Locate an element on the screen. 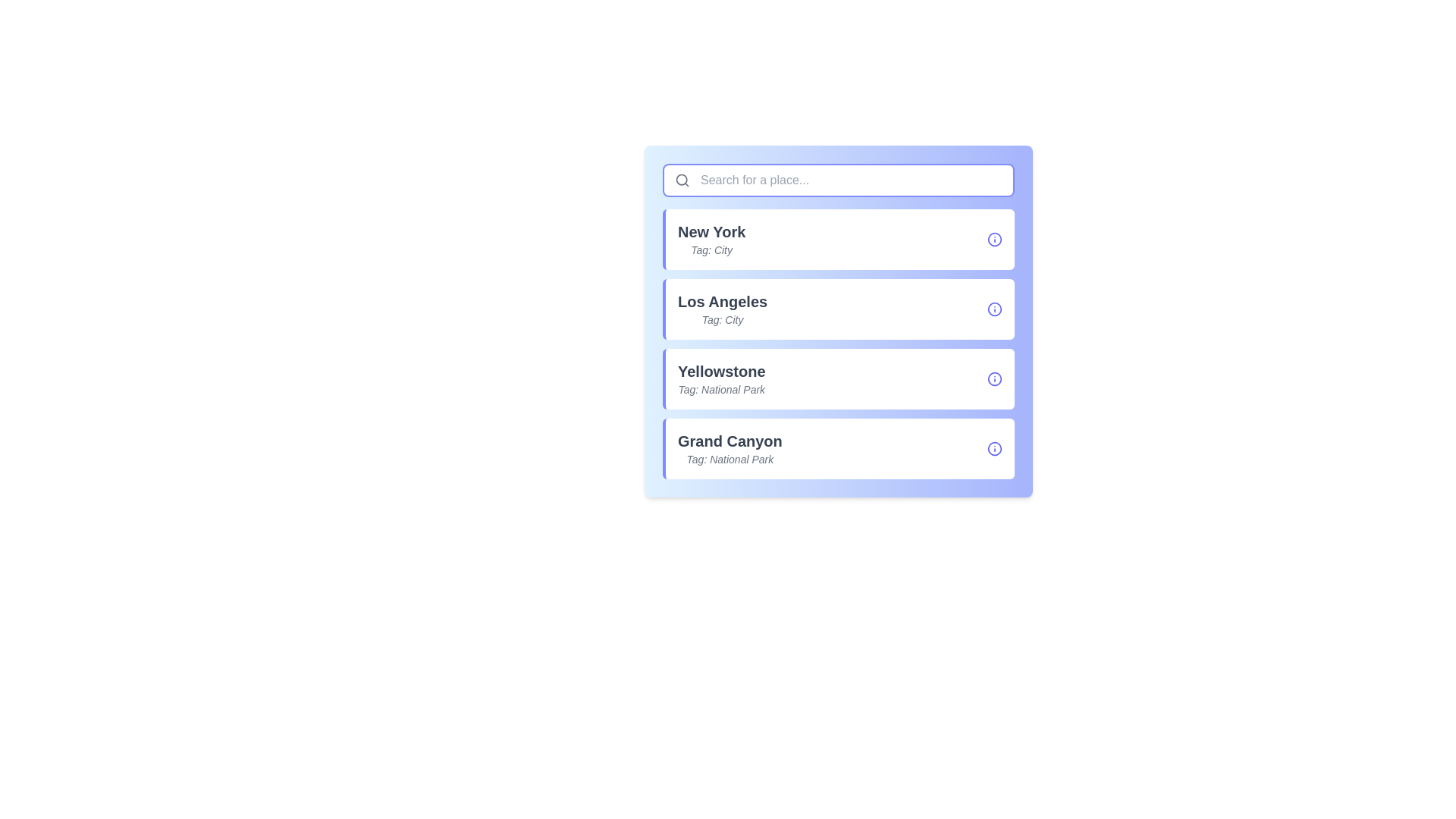 This screenshot has width=1456, height=819. the descriptive text label displaying 'Tag: City', which is positioned below the 'Los Angeles' label in the list item is located at coordinates (722, 318).